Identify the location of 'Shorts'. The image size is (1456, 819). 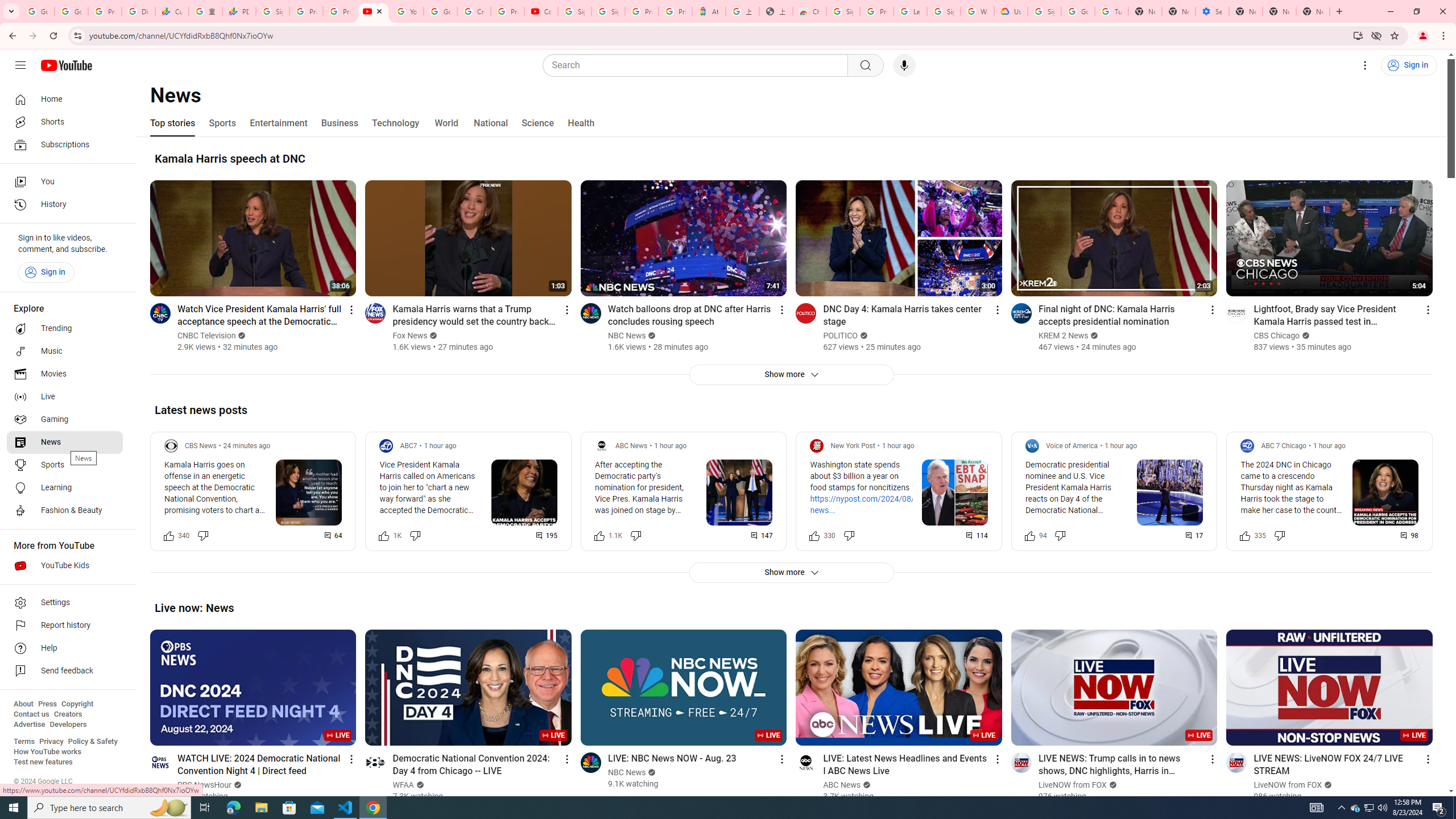
(64, 122).